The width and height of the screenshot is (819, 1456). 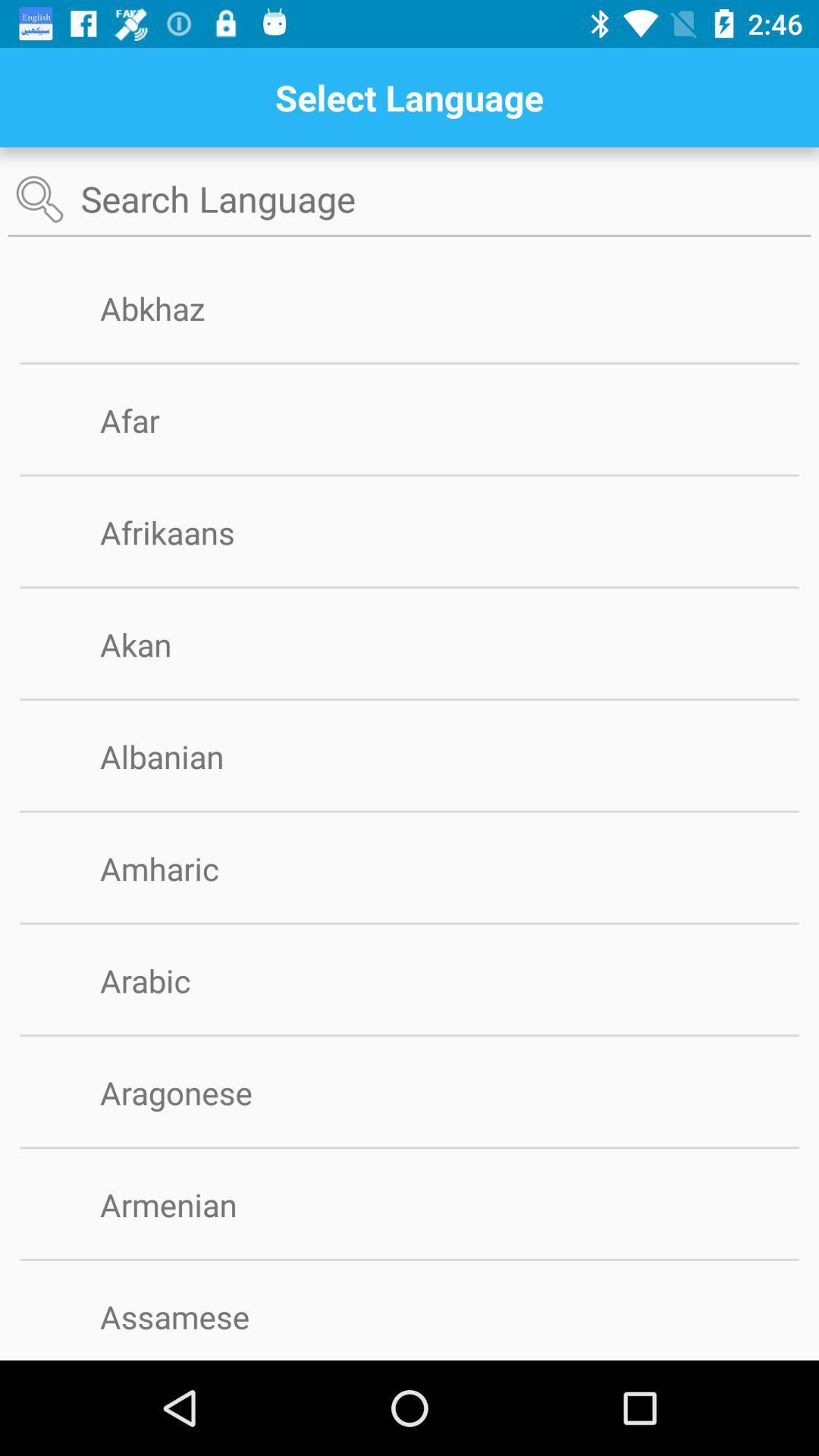 What do you see at coordinates (200, 1092) in the screenshot?
I see `aragonese` at bounding box center [200, 1092].